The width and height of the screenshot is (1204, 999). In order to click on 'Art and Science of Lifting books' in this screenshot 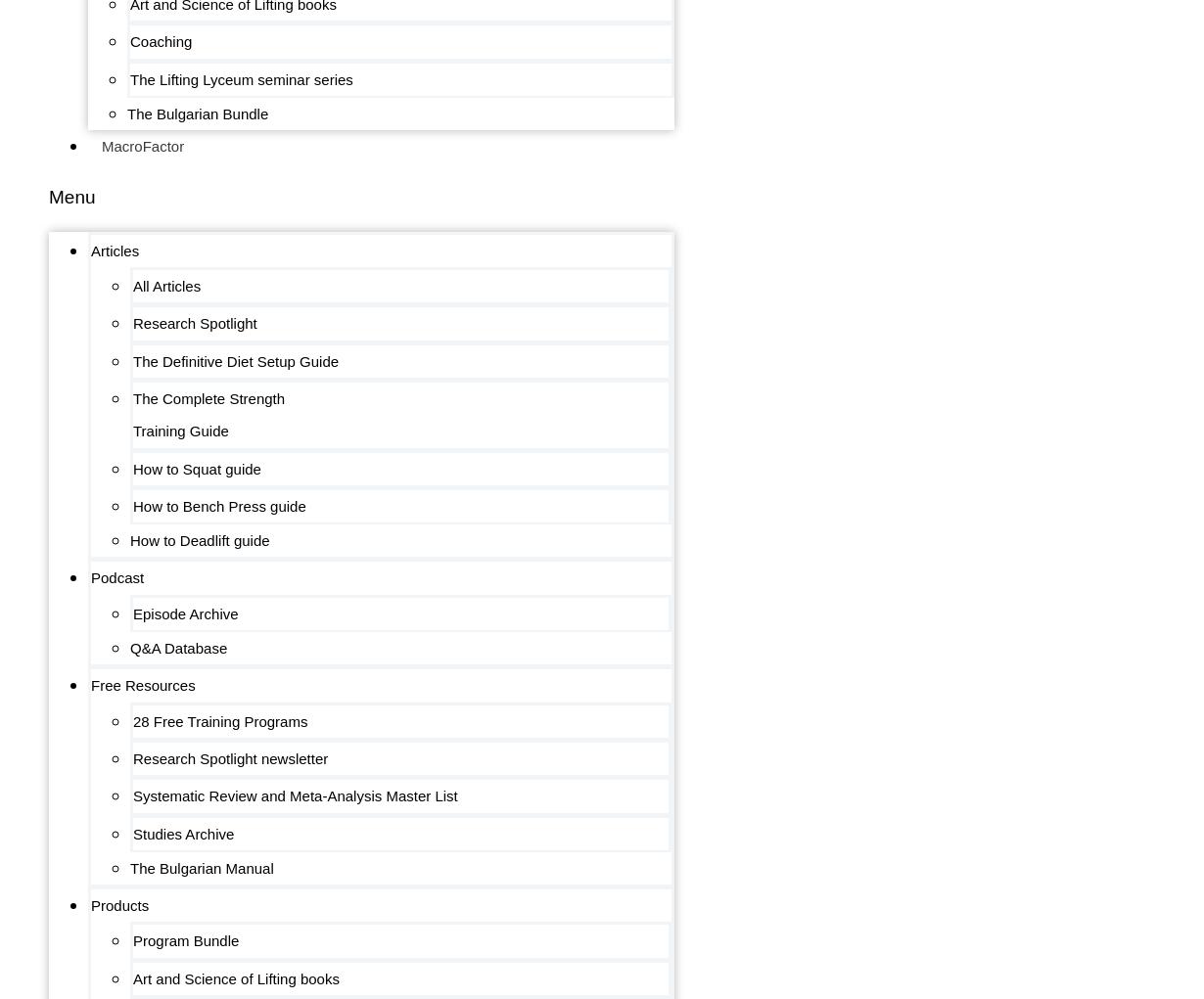, I will do `click(235, 977)`.